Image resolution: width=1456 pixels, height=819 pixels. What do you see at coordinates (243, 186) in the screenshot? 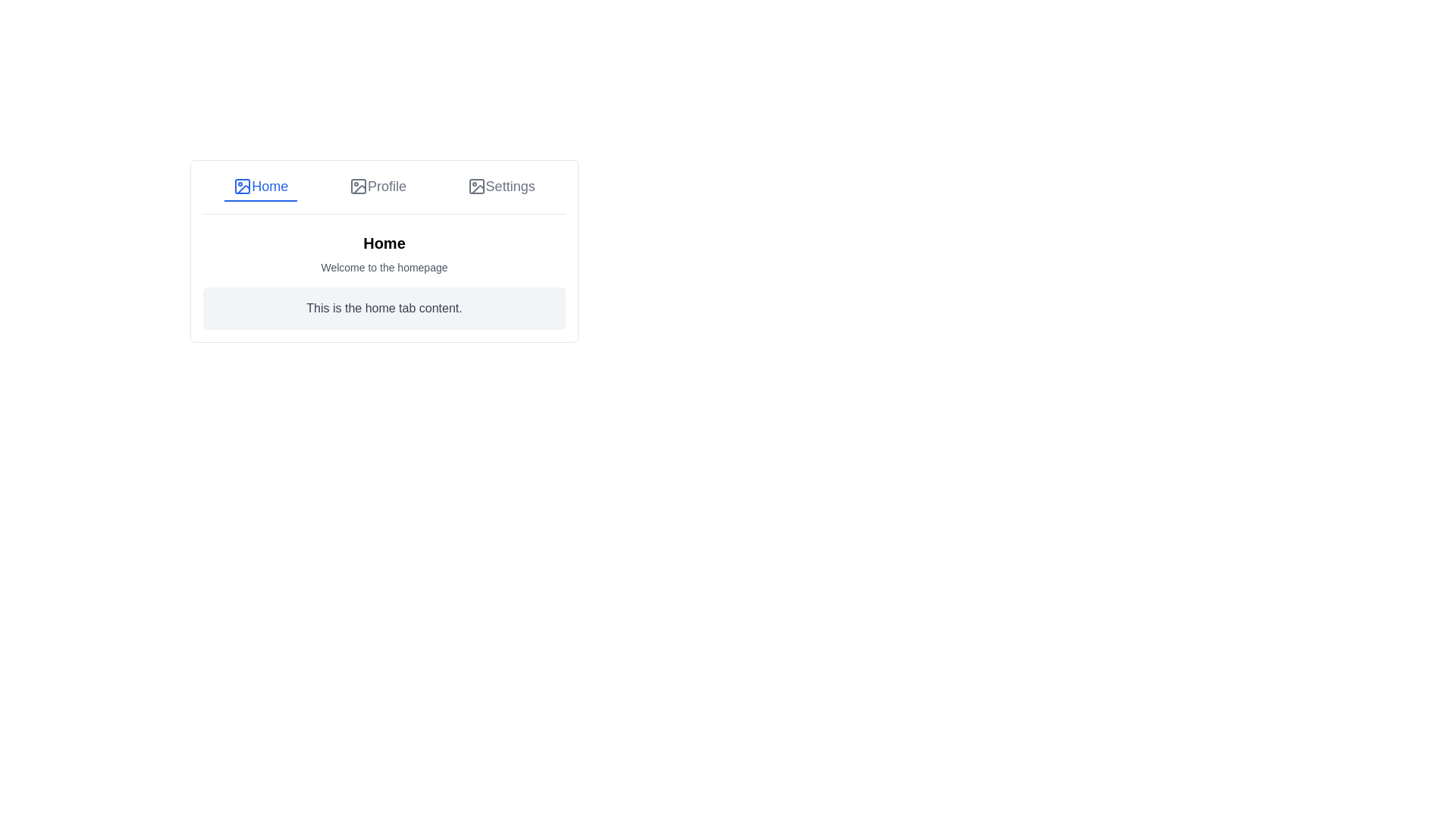
I see `the Rectangular SVG shape with rounded corners that is part of the 'Home' tab icon in the tab bar` at bounding box center [243, 186].